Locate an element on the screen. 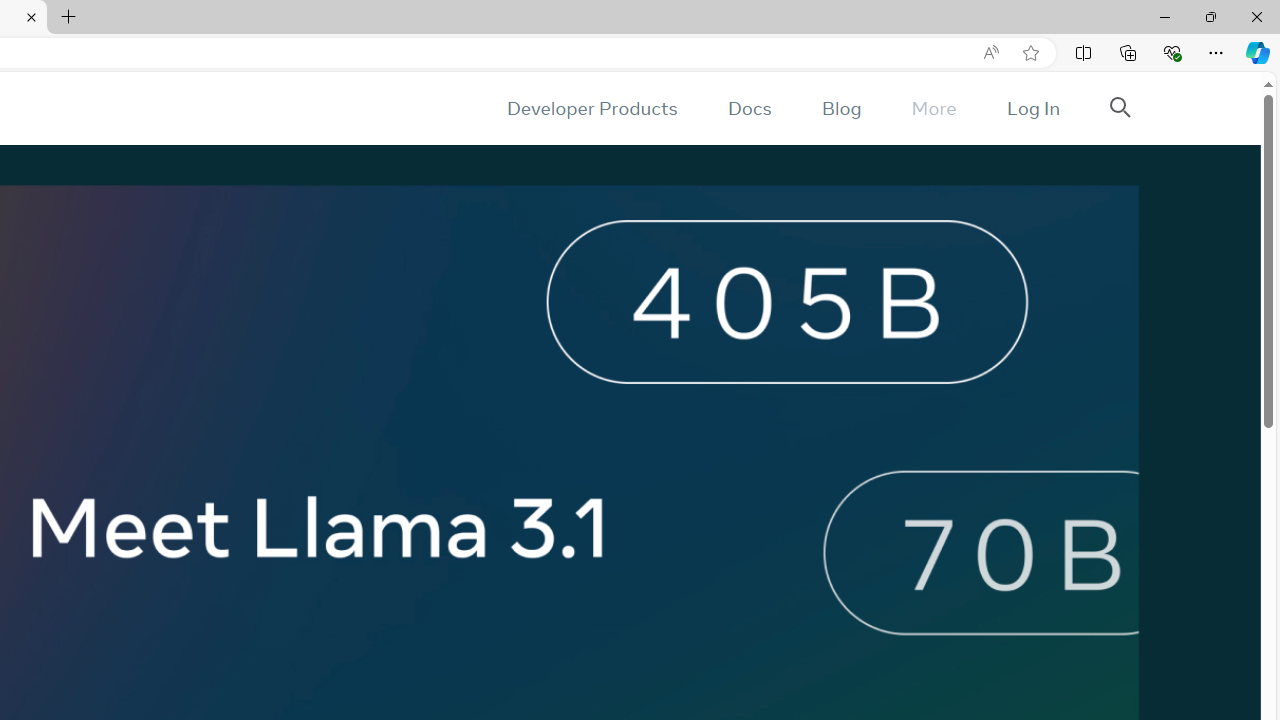  'Log In' is located at coordinates (1032, 108).